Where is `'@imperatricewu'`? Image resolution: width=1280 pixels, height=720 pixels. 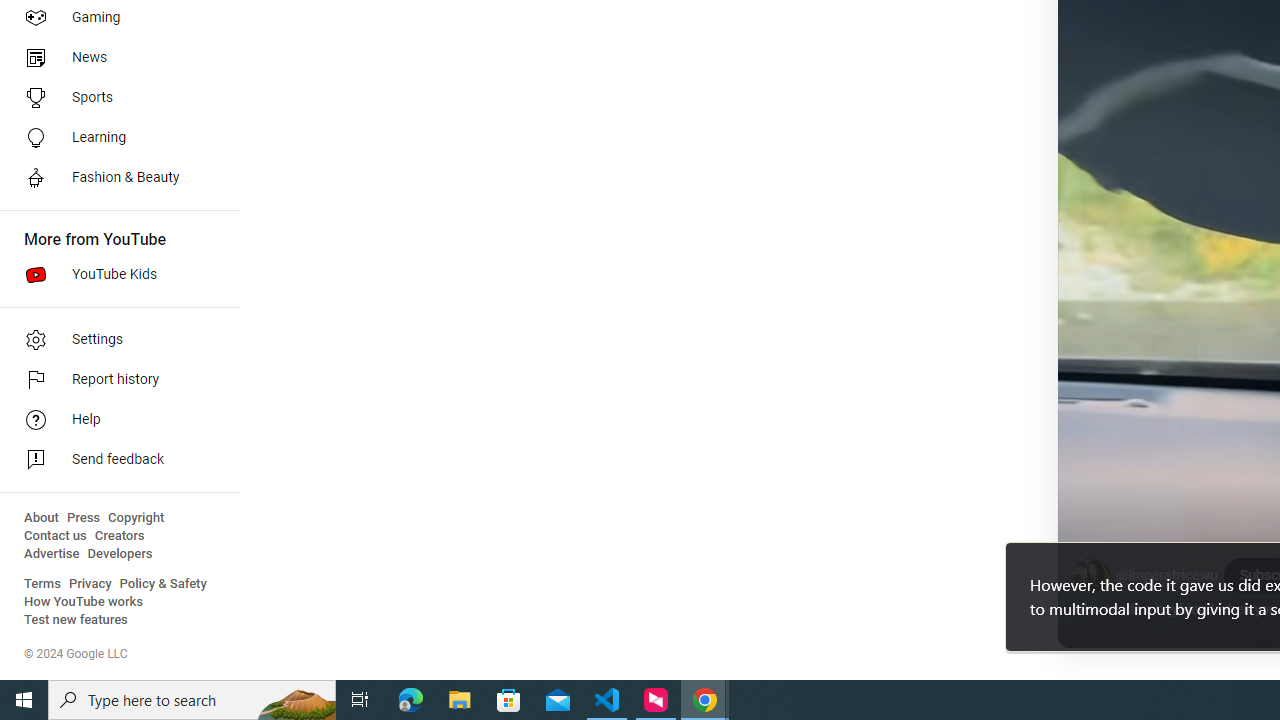 '@imperatricewu' is located at coordinates (1167, 576).